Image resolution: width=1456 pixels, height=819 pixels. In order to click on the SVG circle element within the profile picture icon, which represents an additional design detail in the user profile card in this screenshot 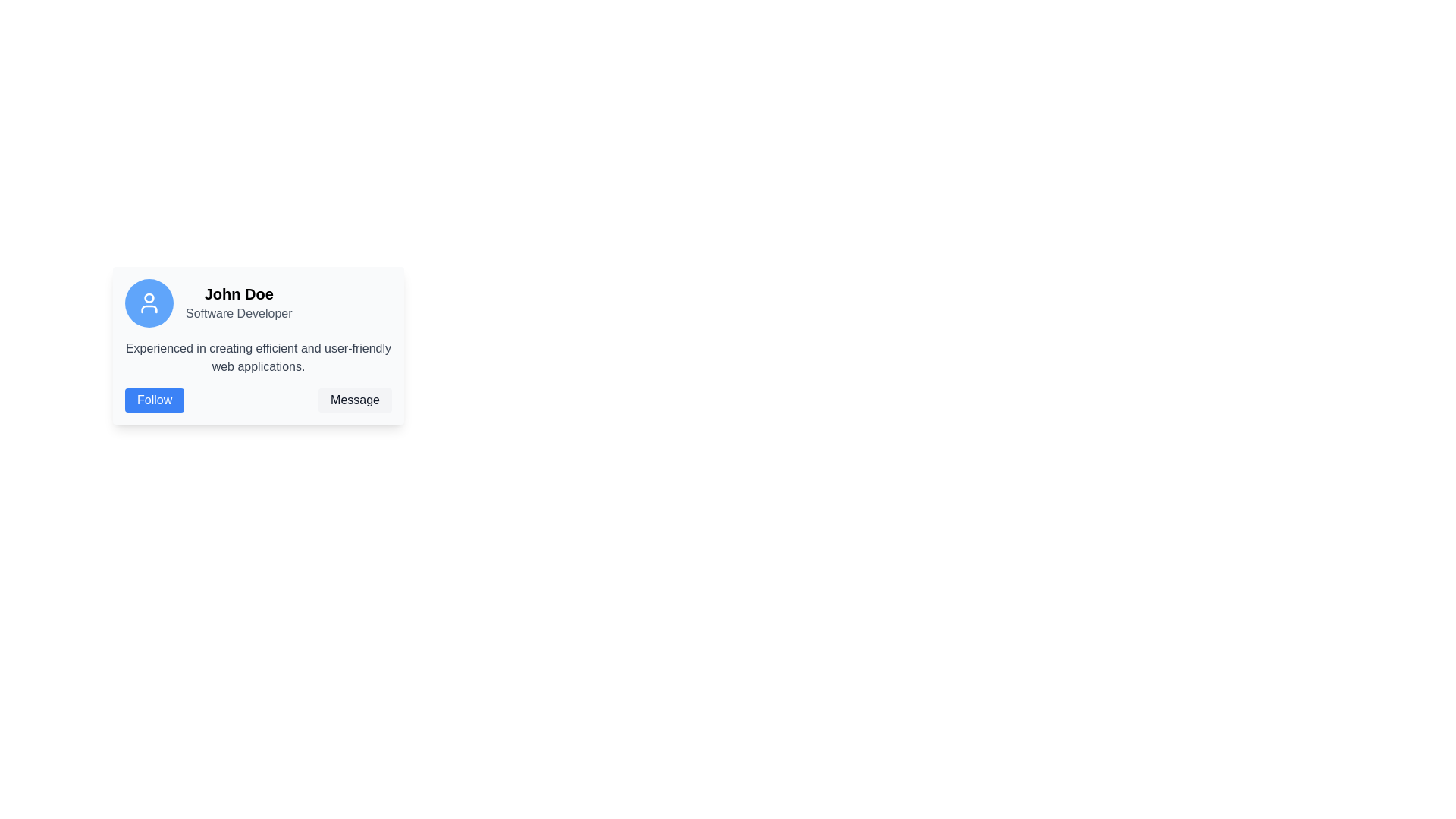, I will do `click(149, 298)`.